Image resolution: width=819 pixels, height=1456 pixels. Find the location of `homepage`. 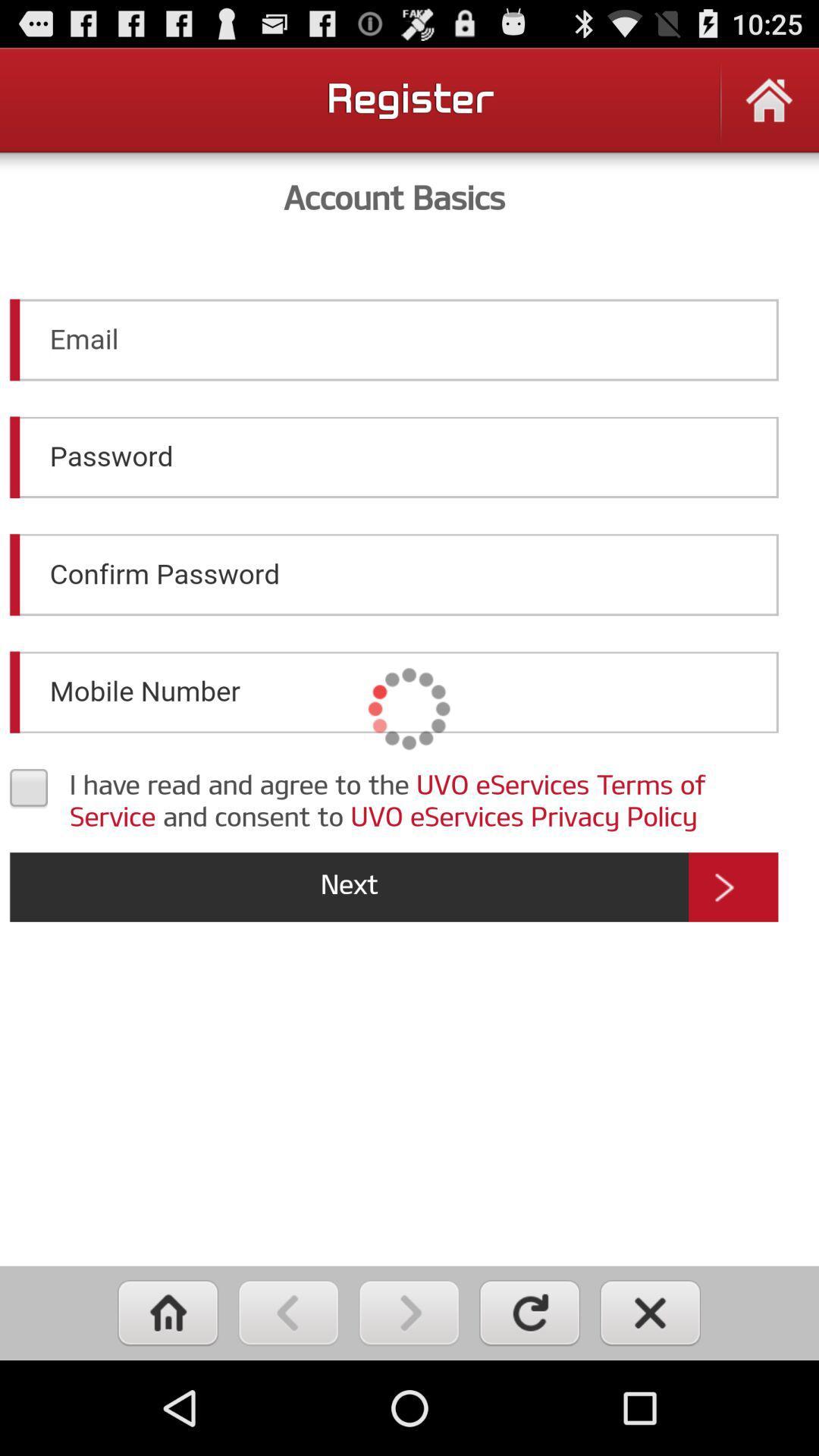

homepage is located at coordinates (769, 109).